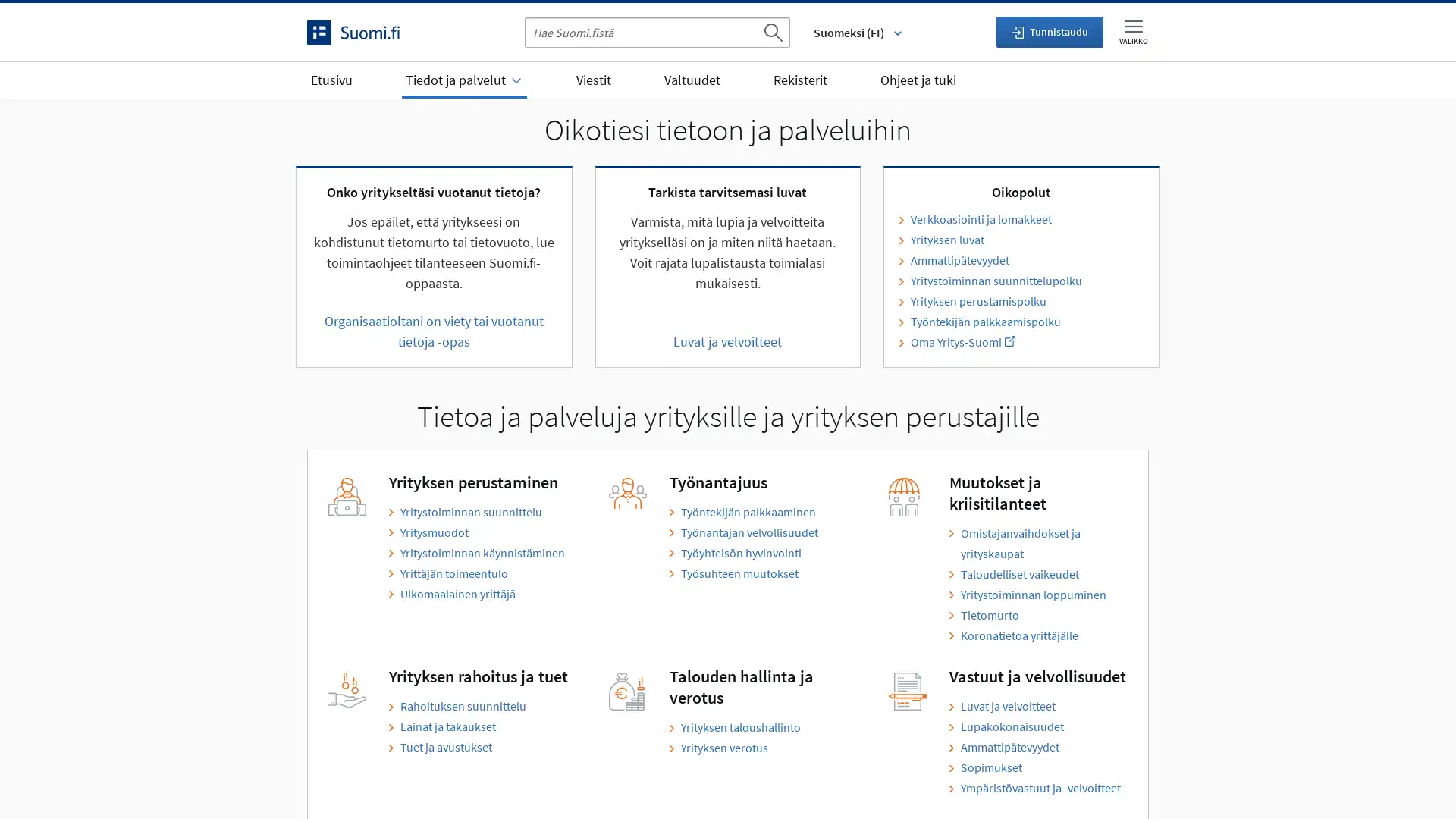 Image resolution: width=1456 pixels, height=819 pixels. I want to click on Hae, so click(772, 32).